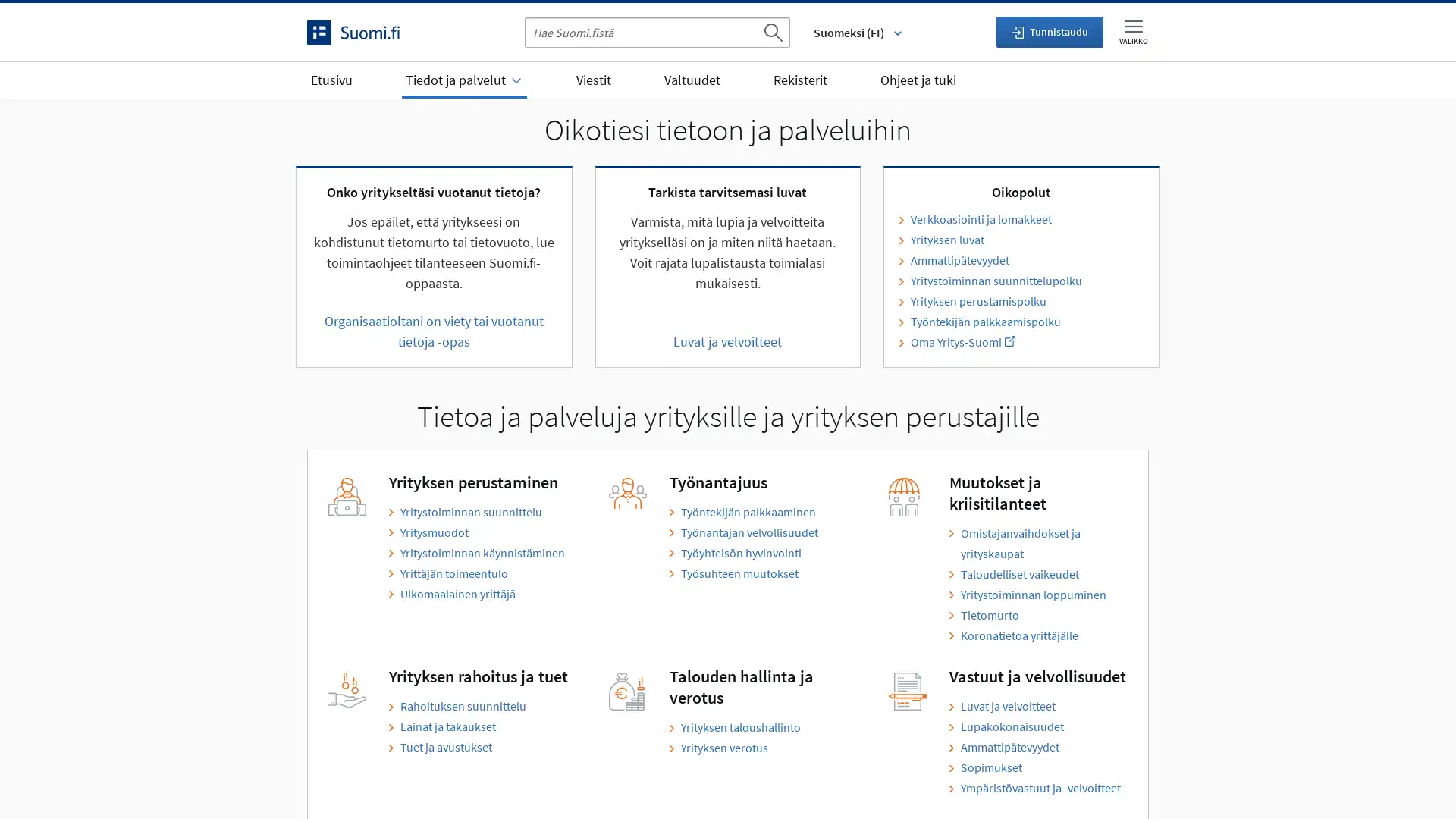 Image resolution: width=1456 pixels, height=819 pixels. I want to click on Hae, so click(772, 32).